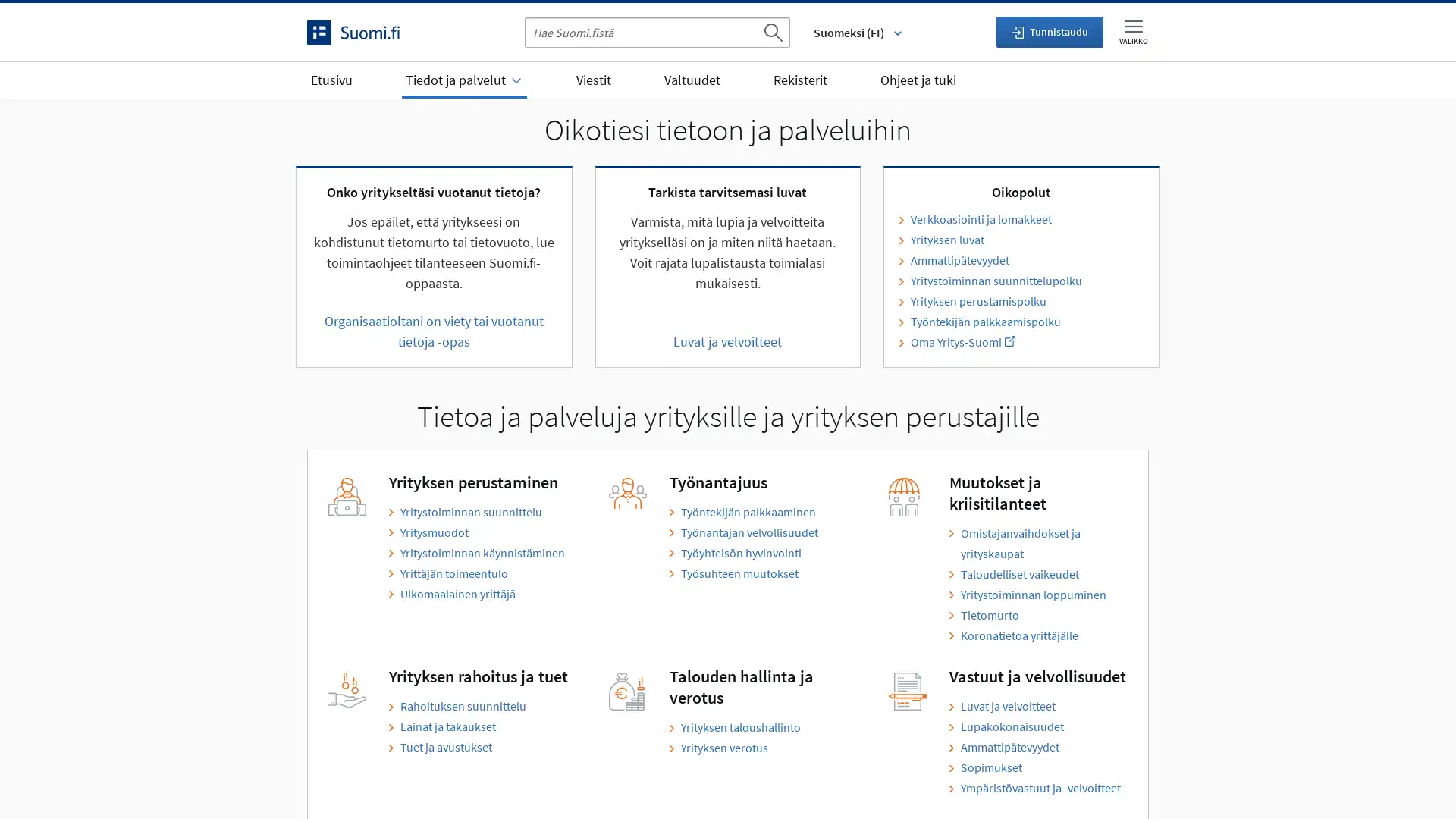 Image resolution: width=1456 pixels, height=819 pixels. I want to click on Hae, so click(772, 32).